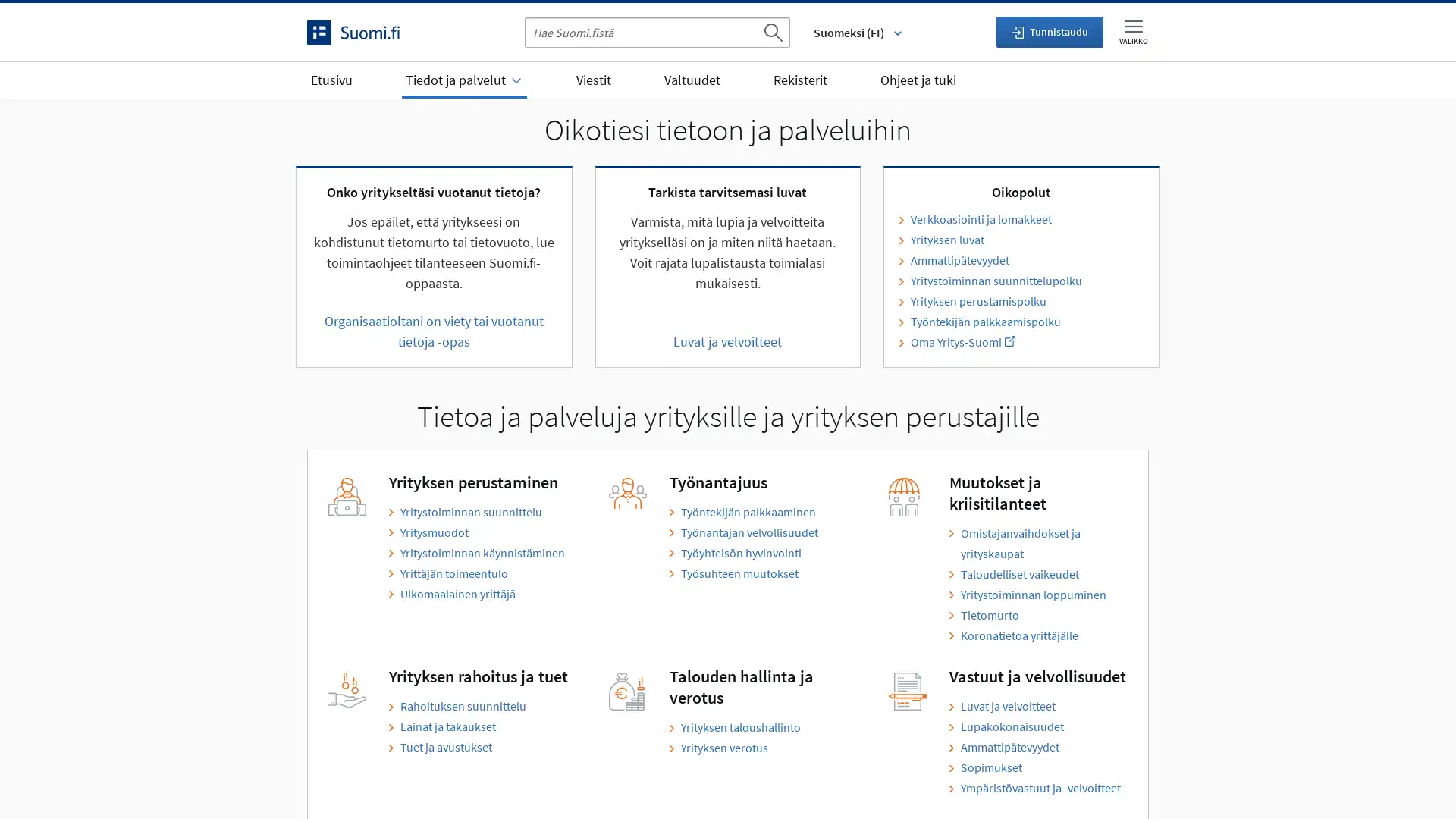 Image resolution: width=1456 pixels, height=819 pixels. I want to click on Hae, so click(772, 32).